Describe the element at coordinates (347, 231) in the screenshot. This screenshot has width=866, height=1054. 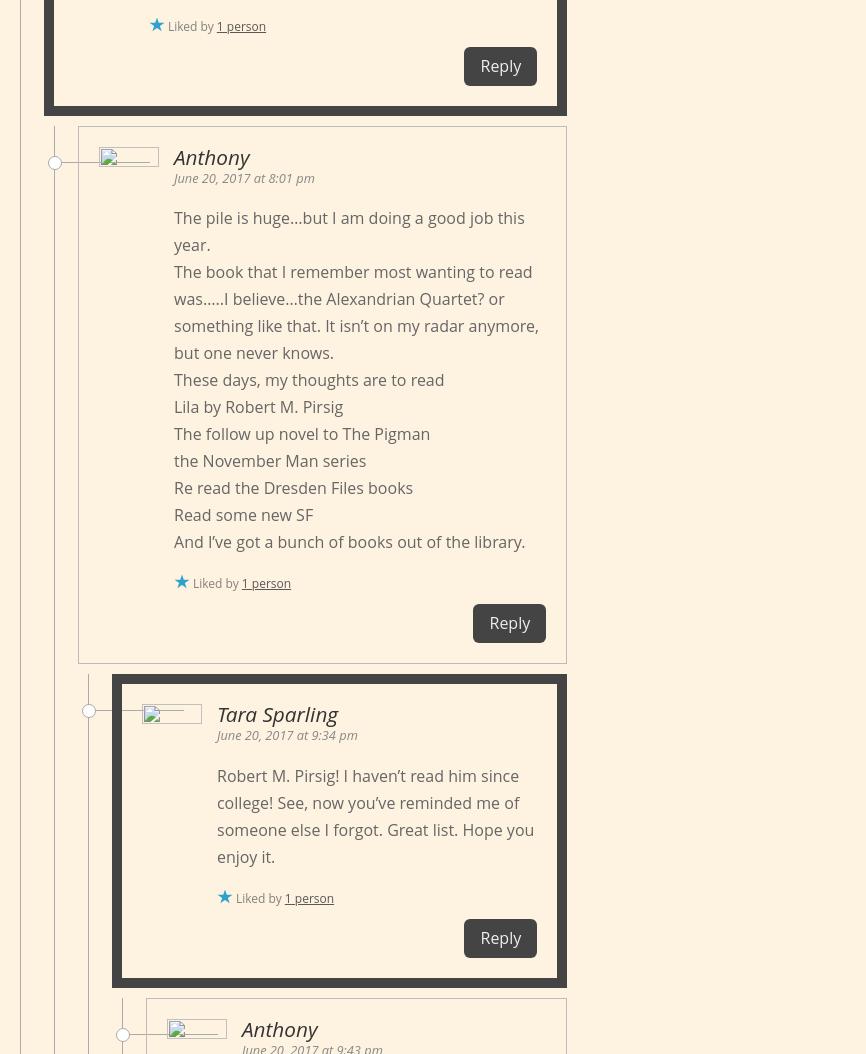
I see `'The pile is huge…but I am doing a good job this year.'` at that location.